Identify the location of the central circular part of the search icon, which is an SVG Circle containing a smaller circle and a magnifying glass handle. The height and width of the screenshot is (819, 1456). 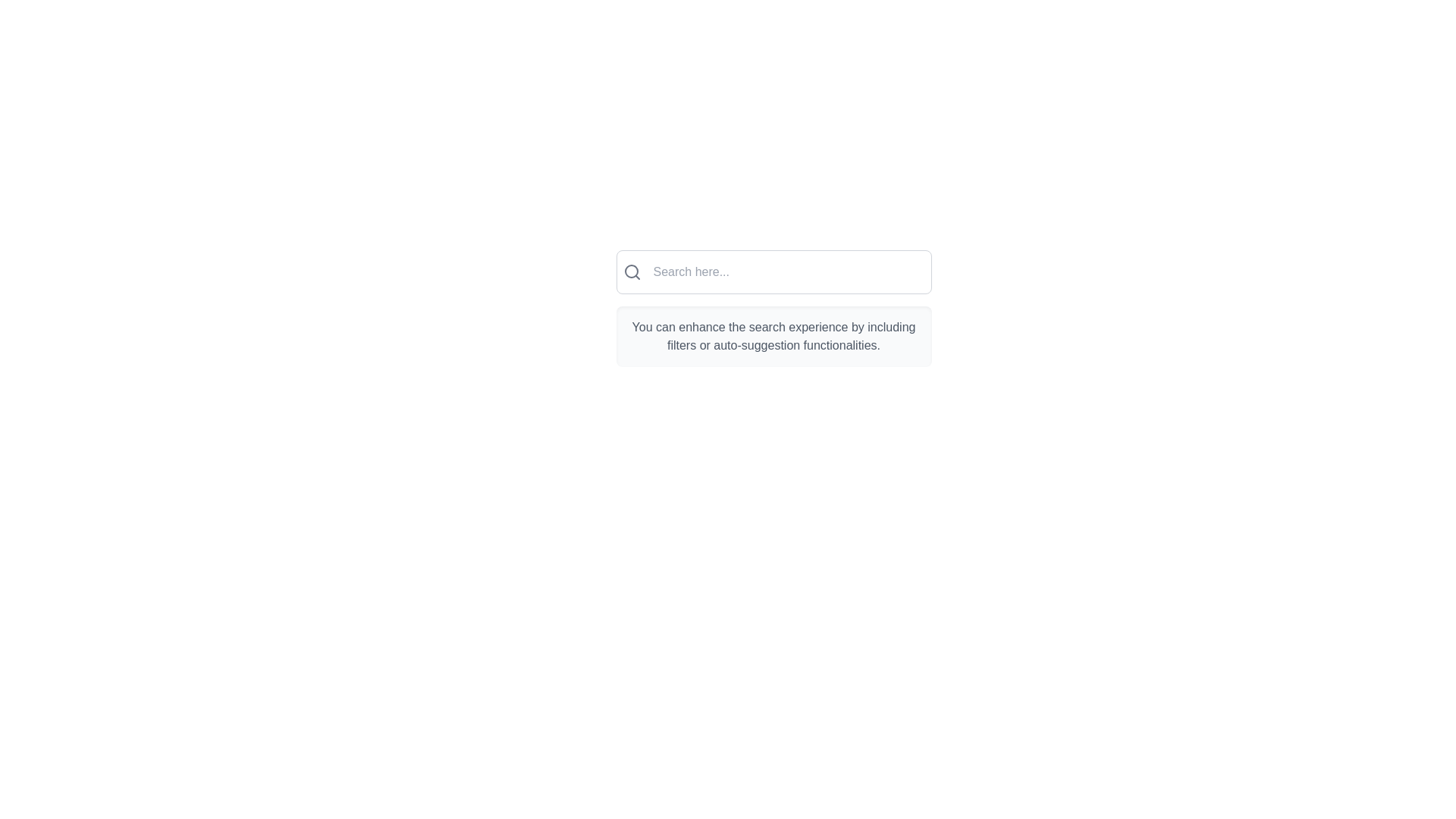
(631, 271).